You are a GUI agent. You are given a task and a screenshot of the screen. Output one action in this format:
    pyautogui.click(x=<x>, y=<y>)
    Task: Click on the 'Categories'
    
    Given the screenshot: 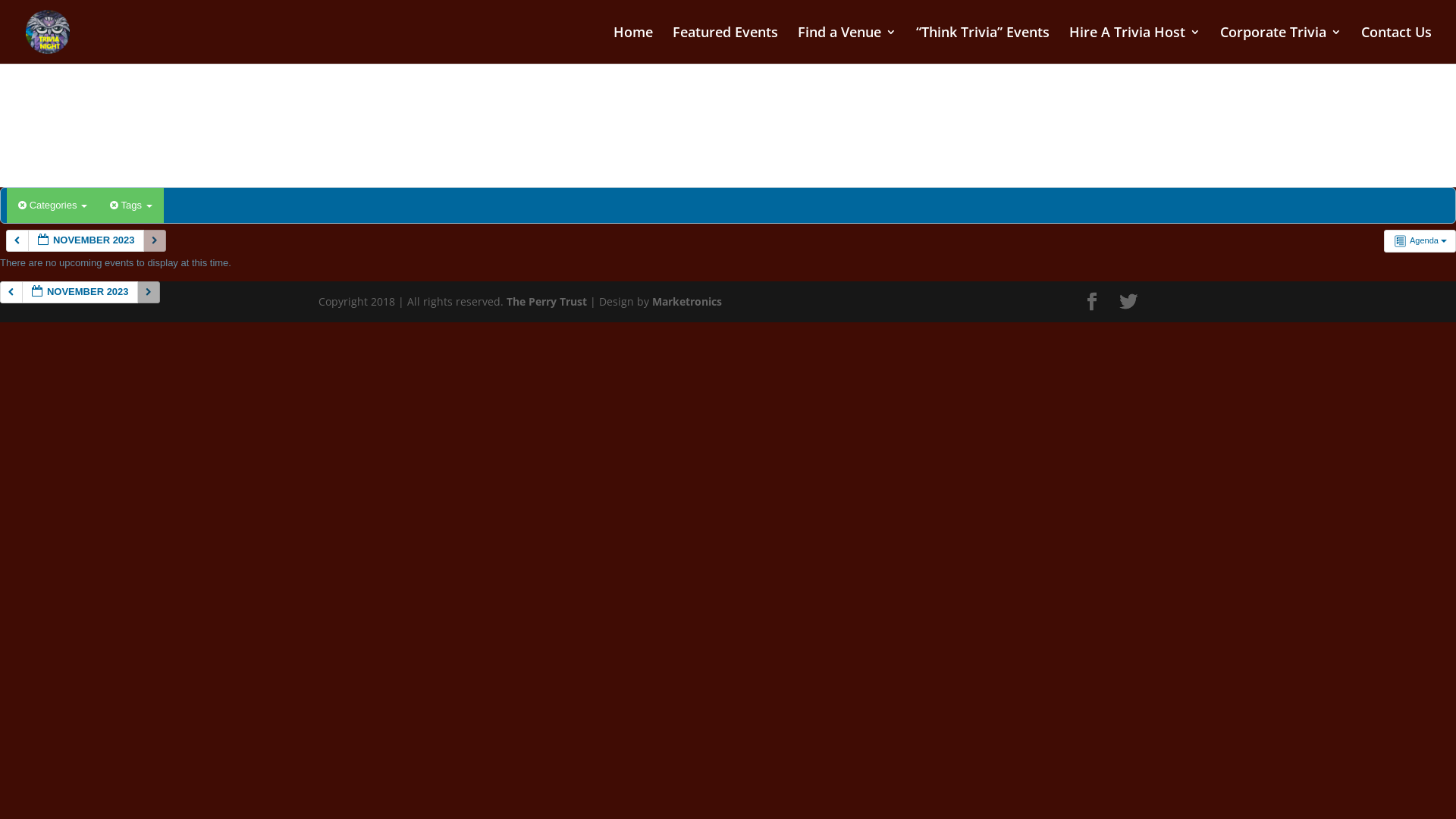 What is the action you would take?
    pyautogui.click(x=52, y=205)
    